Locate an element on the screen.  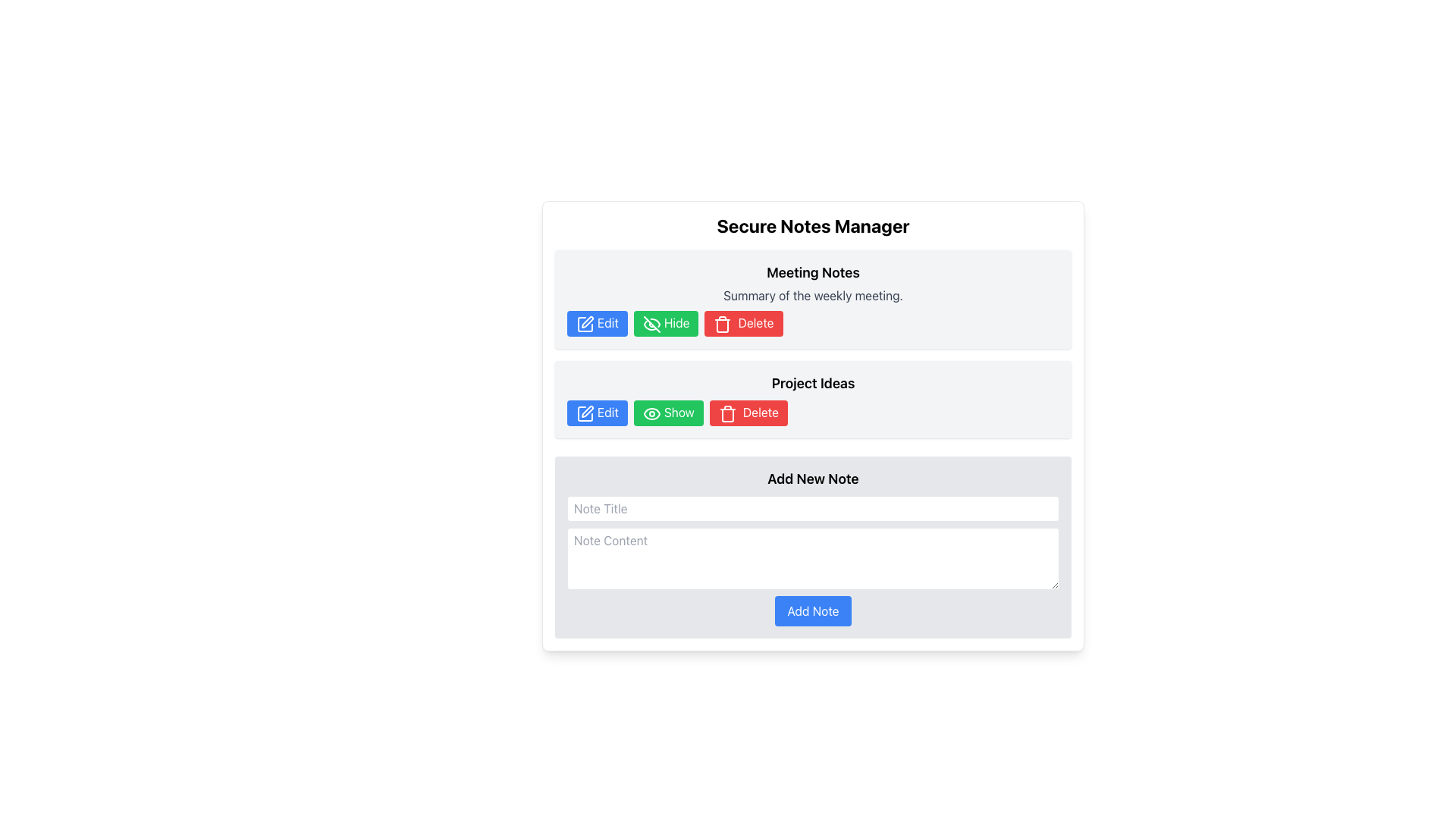
the first button in the horizontal row below the 'Meeting Notes' section in the 'Secure Notes Manager' interface is located at coordinates (596, 322).